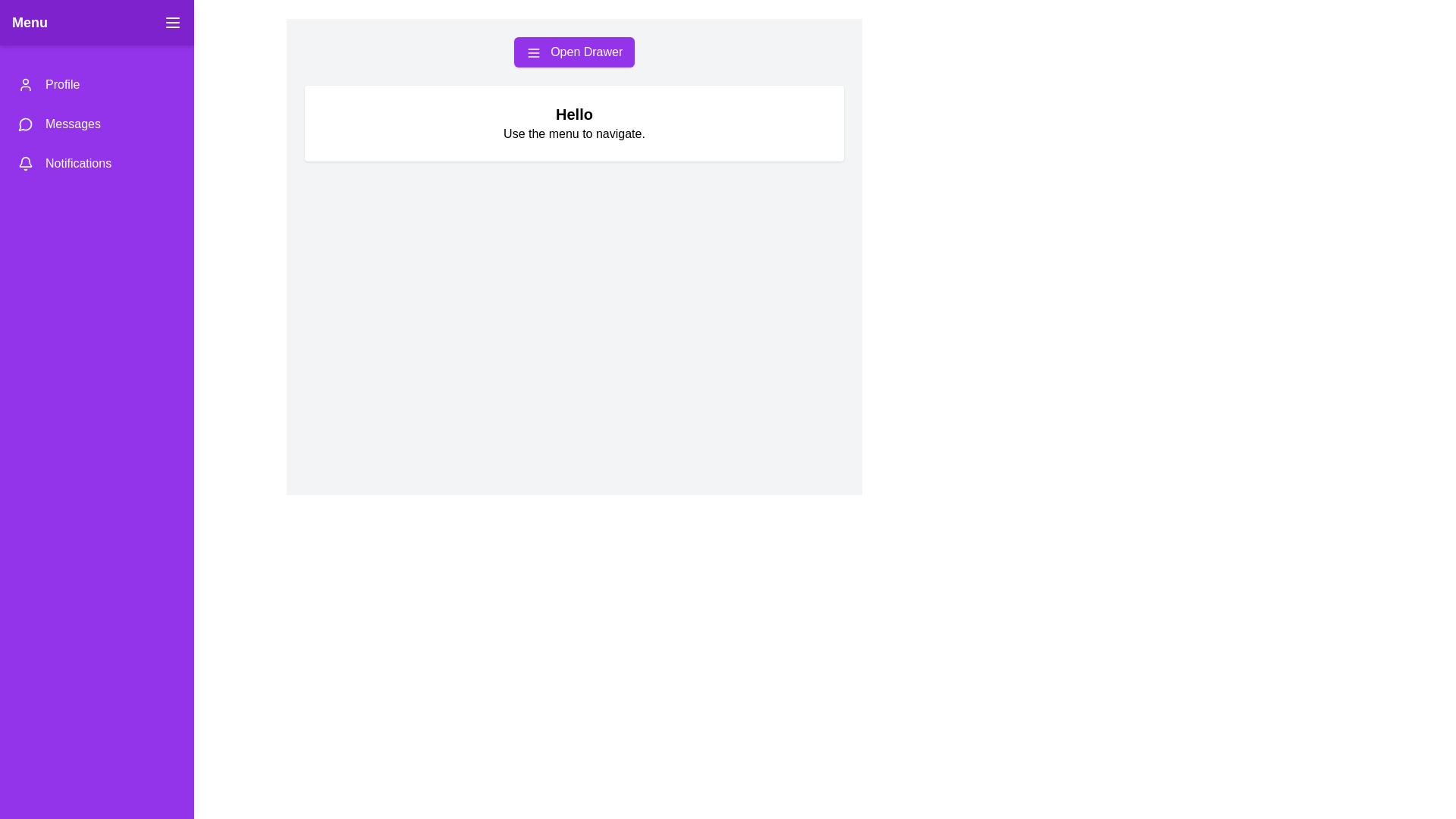 This screenshot has height=819, width=1456. What do you see at coordinates (30, 23) in the screenshot?
I see `the label or headline element located at the top-left corner of the horizontal purple menu bar` at bounding box center [30, 23].